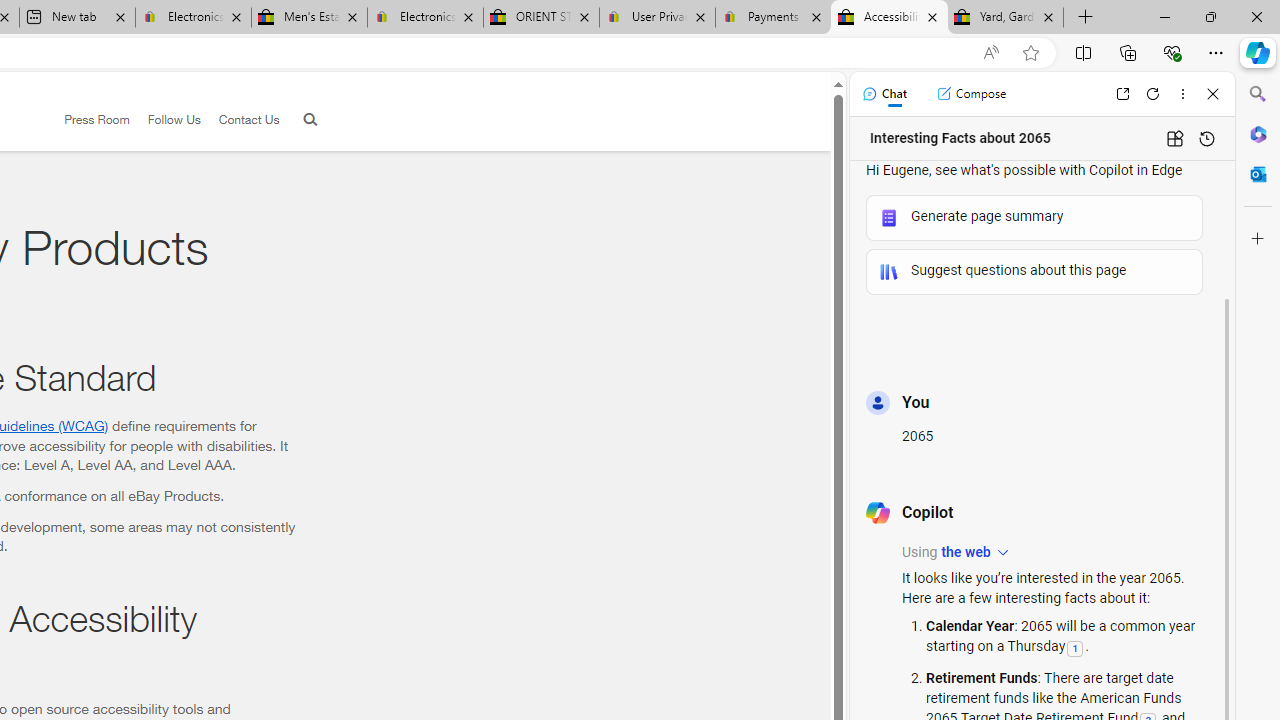 The height and width of the screenshot is (720, 1280). Describe the element at coordinates (87, 120) in the screenshot. I see `'Press Room'` at that location.